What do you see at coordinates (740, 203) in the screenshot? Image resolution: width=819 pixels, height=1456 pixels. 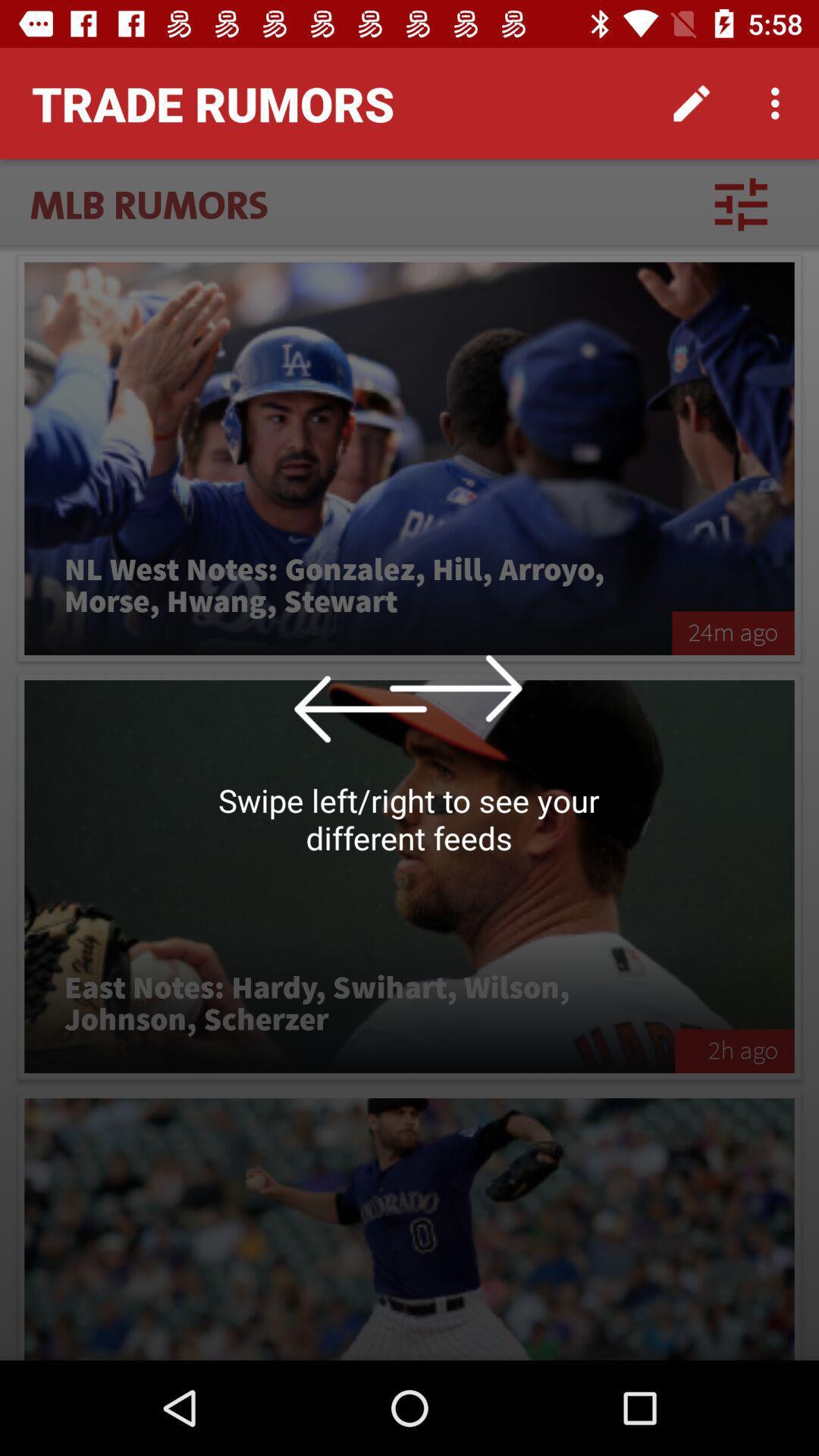 I see `the item next to the mlb rumors icon` at bounding box center [740, 203].